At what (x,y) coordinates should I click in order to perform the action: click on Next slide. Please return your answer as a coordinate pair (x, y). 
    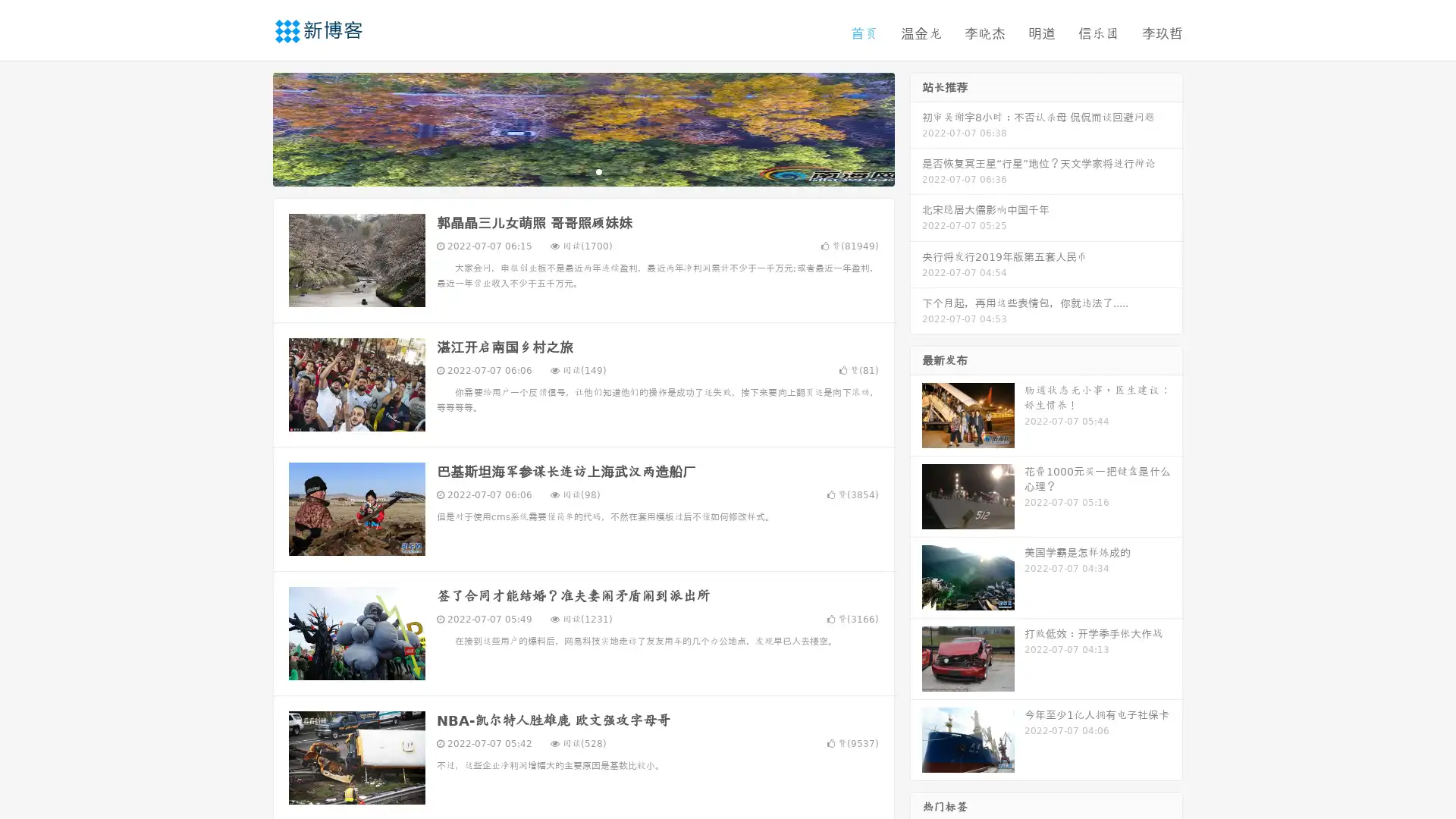
    Looking at the image, I should click on (916, 127).